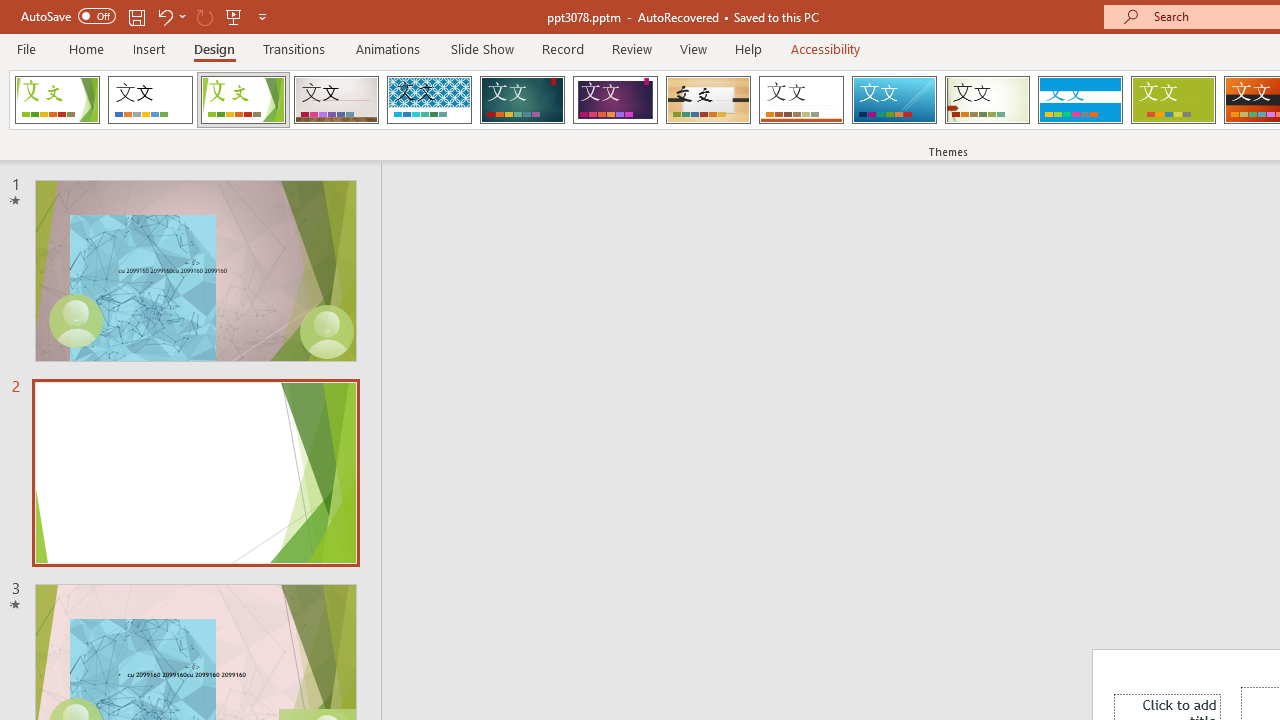 Image resolution: width=1280 pixels, height=720 pixels. I want to click on 'Integral', so click(428, 100).